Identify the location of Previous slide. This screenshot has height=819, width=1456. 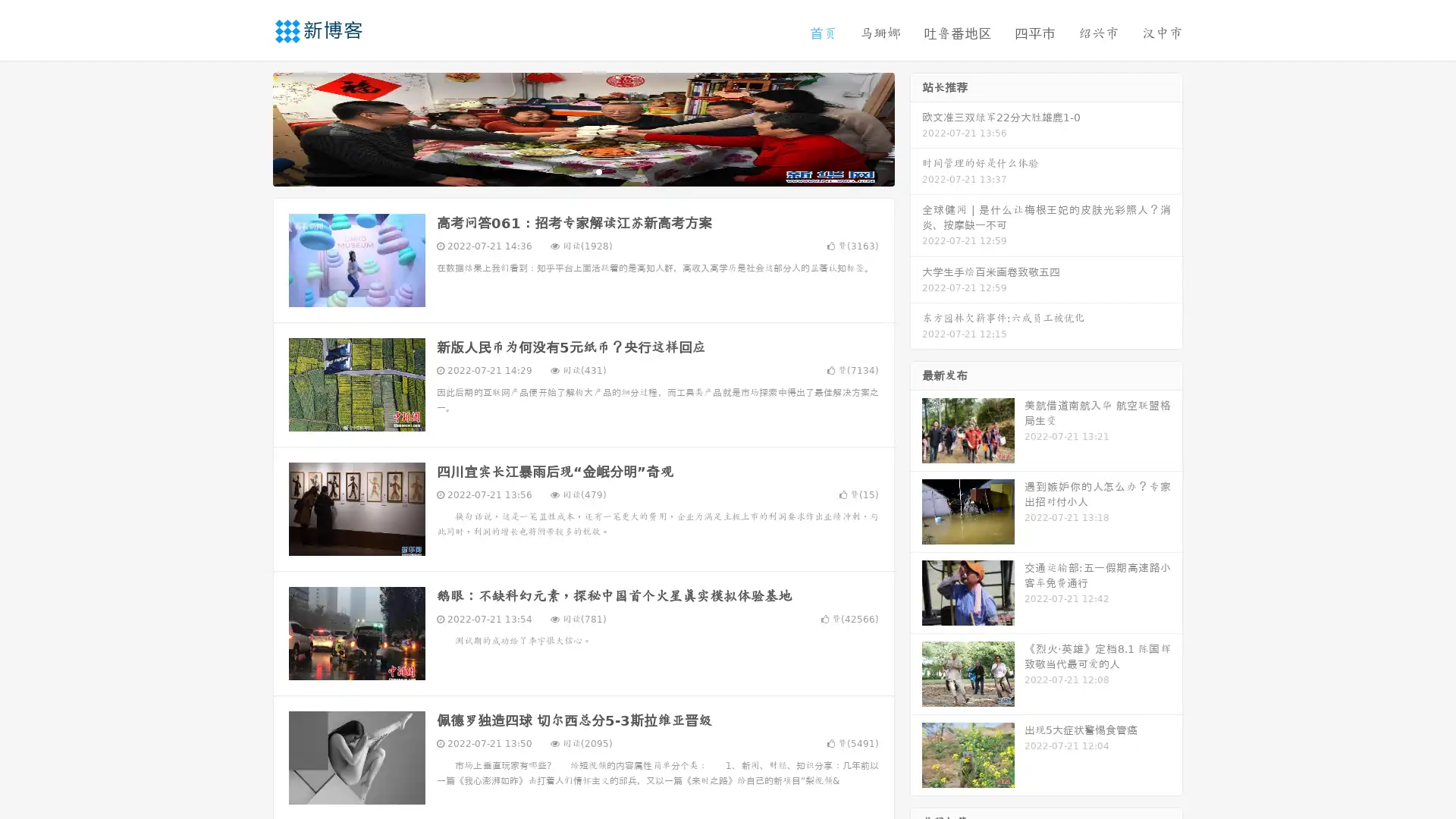
(250, 127).